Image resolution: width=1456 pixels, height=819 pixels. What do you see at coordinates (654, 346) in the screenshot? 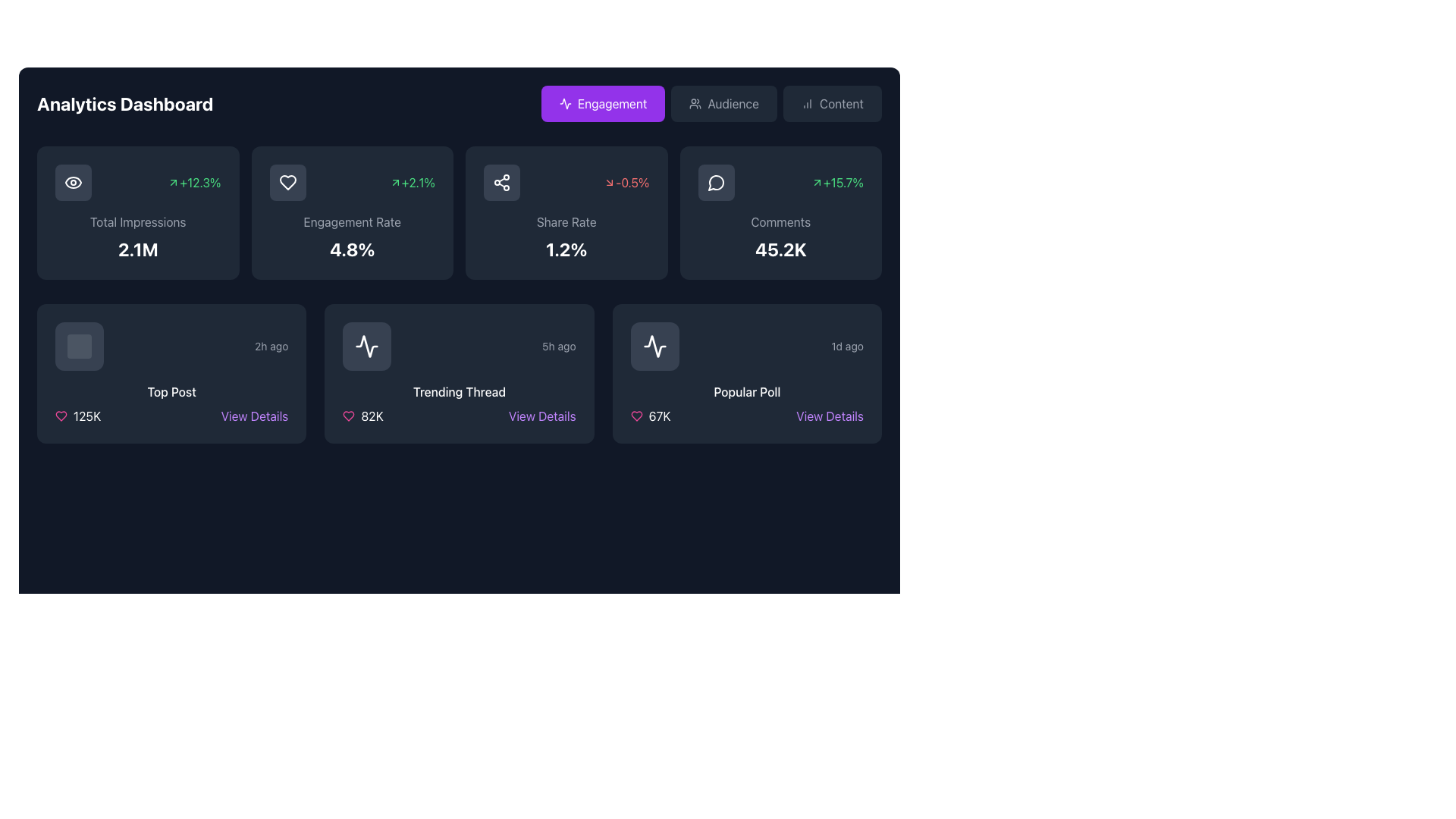
I see `the activity icon shaped like a stylized sine wave located in the 'Popular Poll' card on the bottom row of the dashboard interface` at bounding box center [654, 346].